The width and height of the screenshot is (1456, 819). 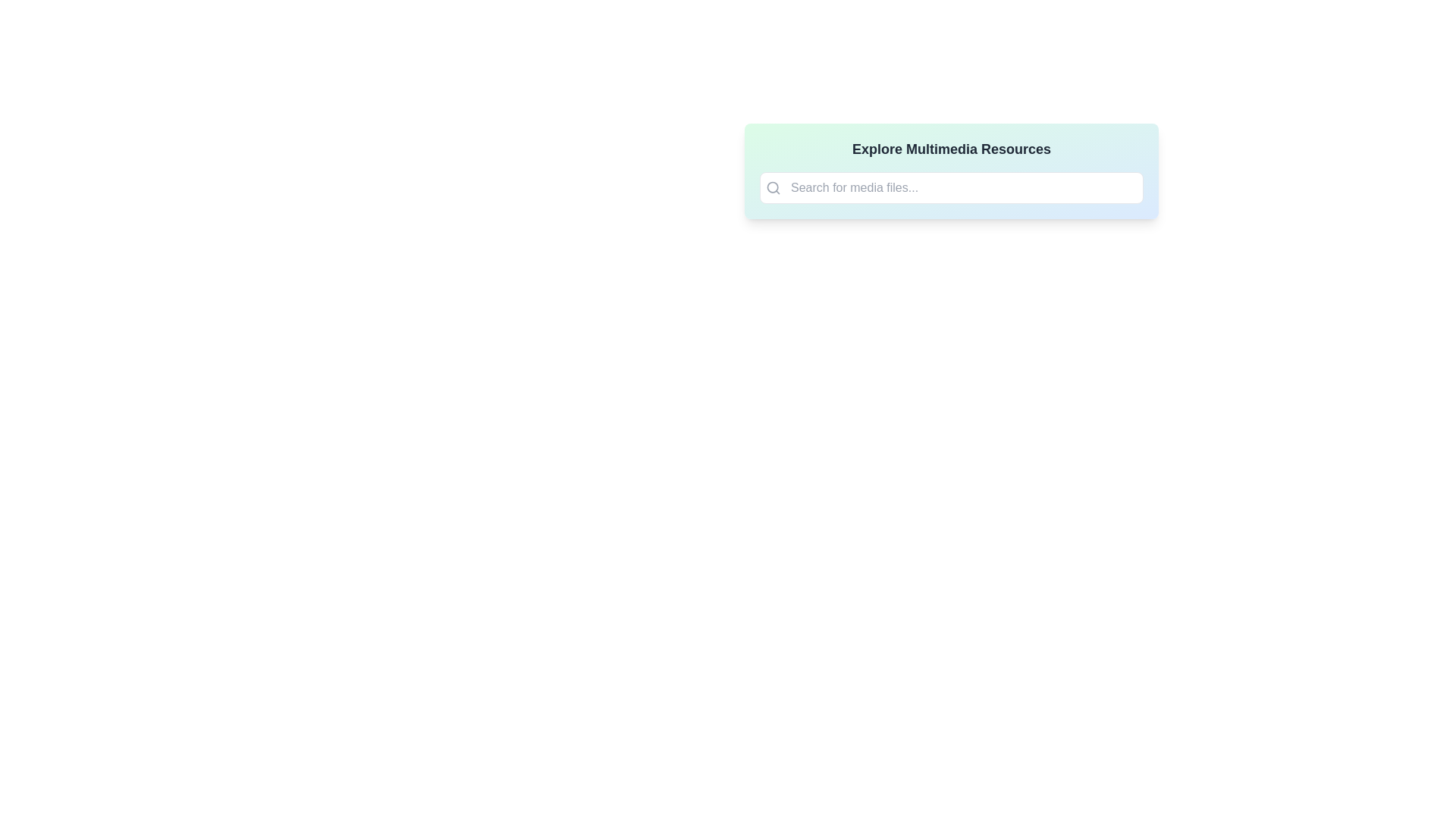 I want to click on the search icon located on the left side inside the search input box, which indicates that the adjacent field is for entering search queries, so click(x=773, y=187).